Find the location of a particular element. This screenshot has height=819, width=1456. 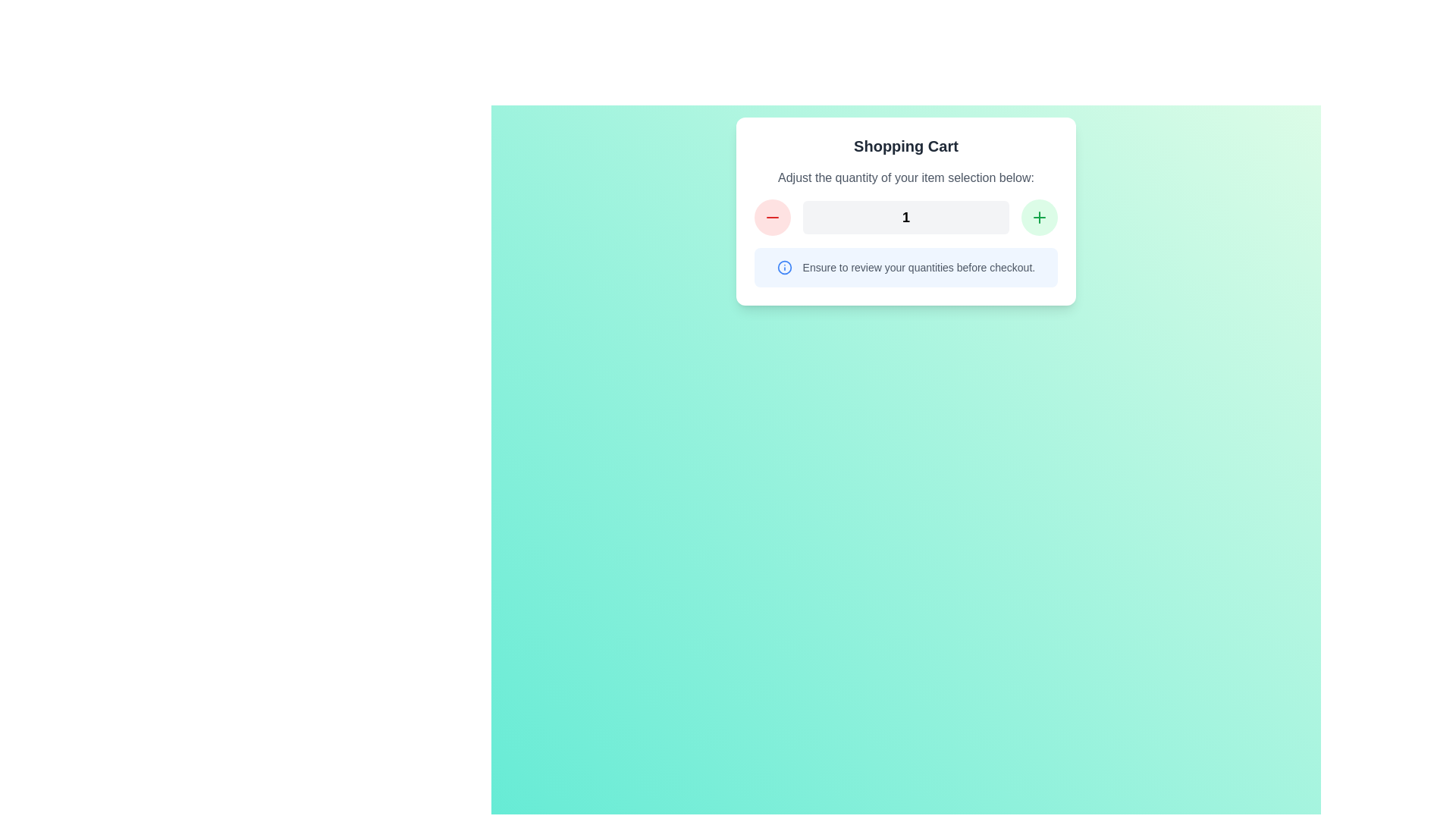

the green circular button with a '+' SVG icon located to the right of the numeric input field in the 'Shopping Cart' interface to increment the numeric value is located at coordinates (1039, 217).